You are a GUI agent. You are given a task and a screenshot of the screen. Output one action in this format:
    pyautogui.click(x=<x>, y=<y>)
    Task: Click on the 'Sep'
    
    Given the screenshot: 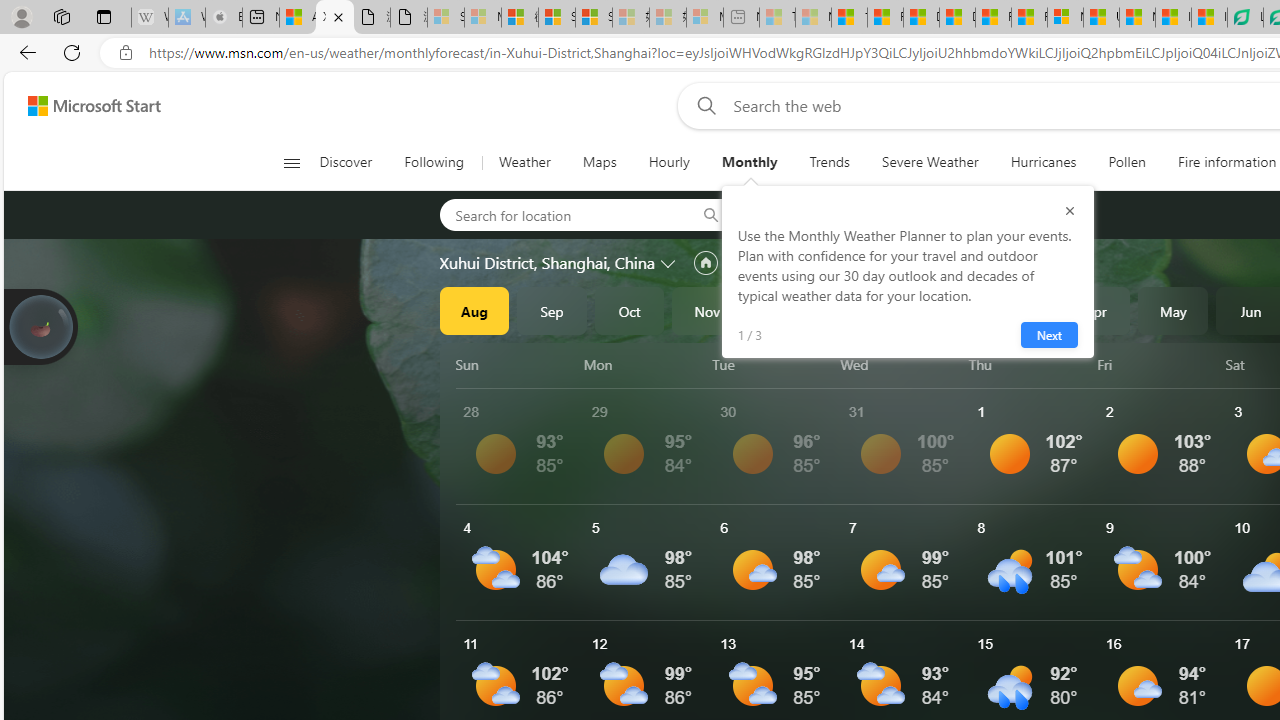 What is the action you would take?
    pyautogui.click(x=552, y=311)
    